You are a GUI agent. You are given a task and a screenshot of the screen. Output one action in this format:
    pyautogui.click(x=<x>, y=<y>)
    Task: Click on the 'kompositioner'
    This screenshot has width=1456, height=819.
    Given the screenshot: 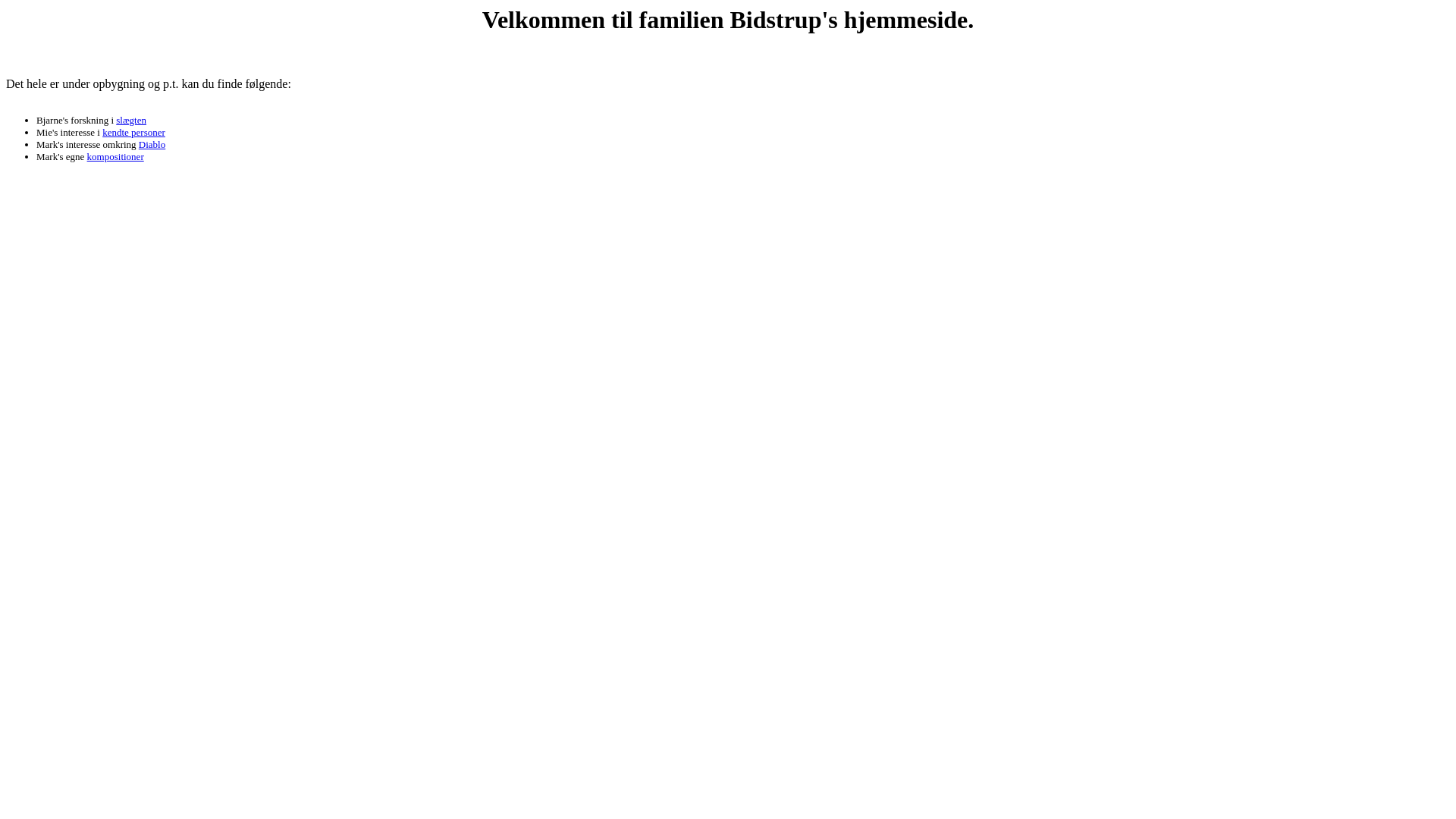 What is the action you would take?
    pyautogui.click(x=115, y=156)
    